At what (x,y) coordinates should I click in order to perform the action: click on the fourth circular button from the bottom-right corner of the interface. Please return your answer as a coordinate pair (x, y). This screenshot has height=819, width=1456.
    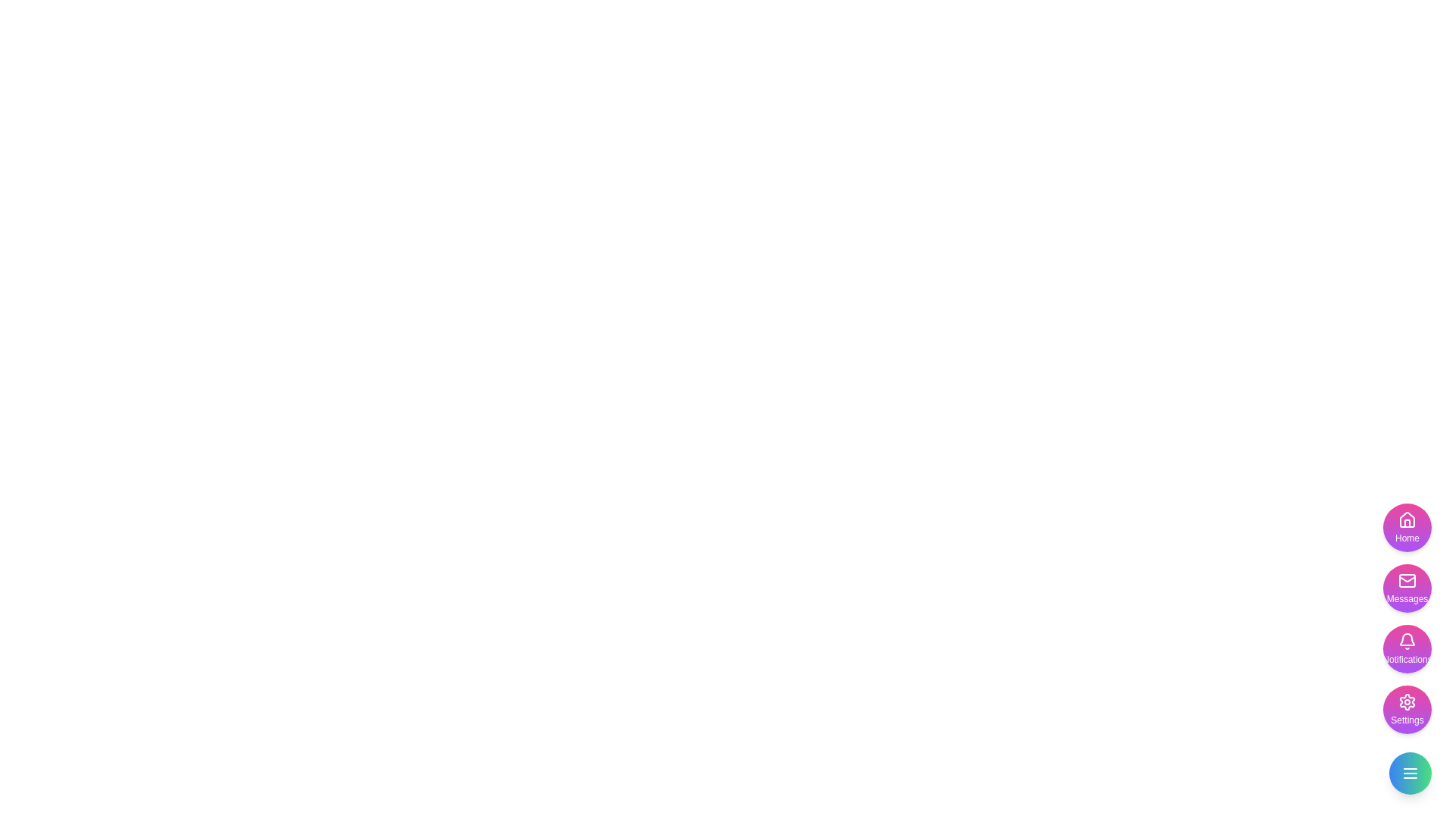
    Looking at the image, I should click on (1407, 710).